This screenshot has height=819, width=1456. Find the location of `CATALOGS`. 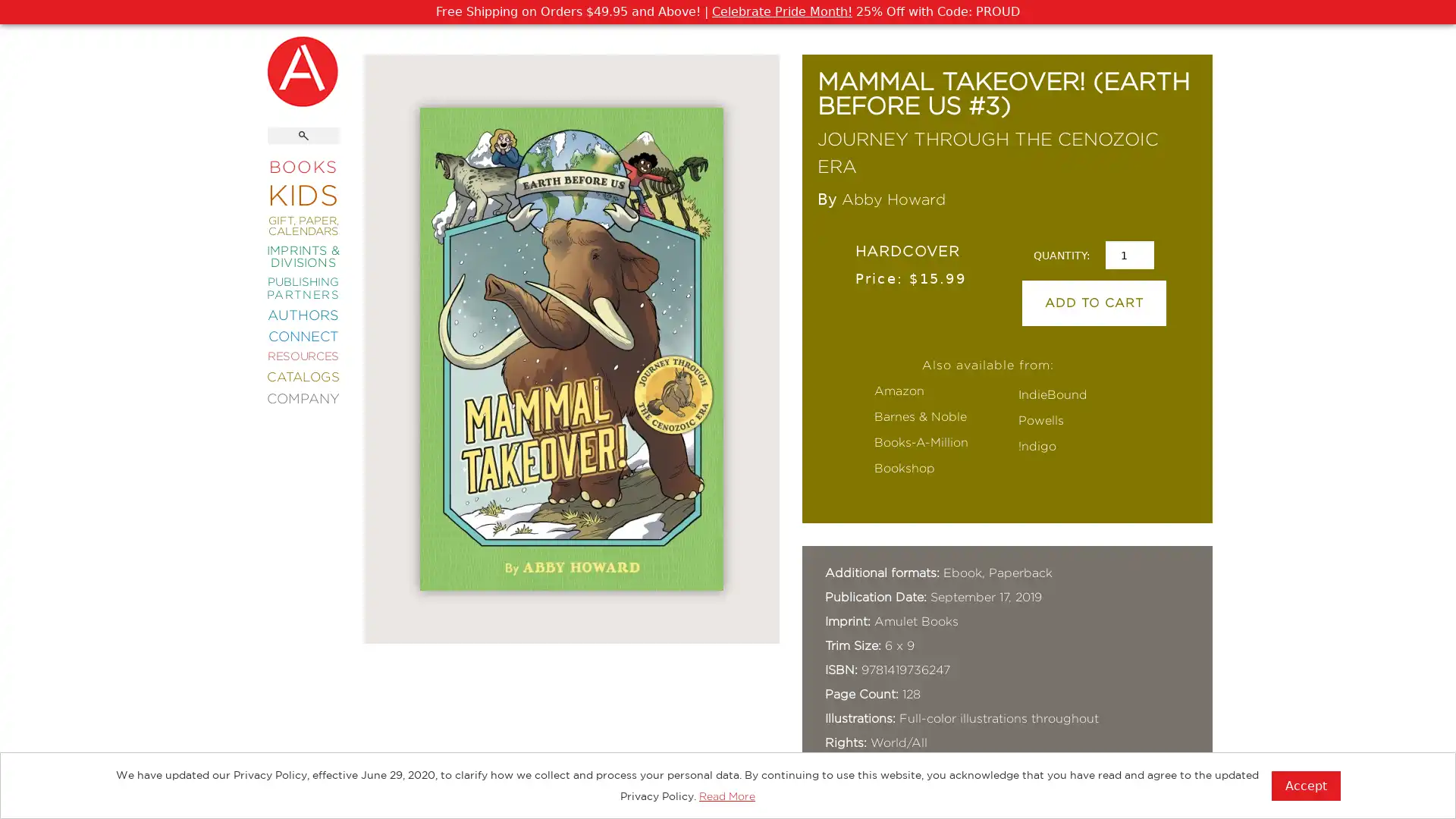

CATALOGS is located at coordinates (303, 375).